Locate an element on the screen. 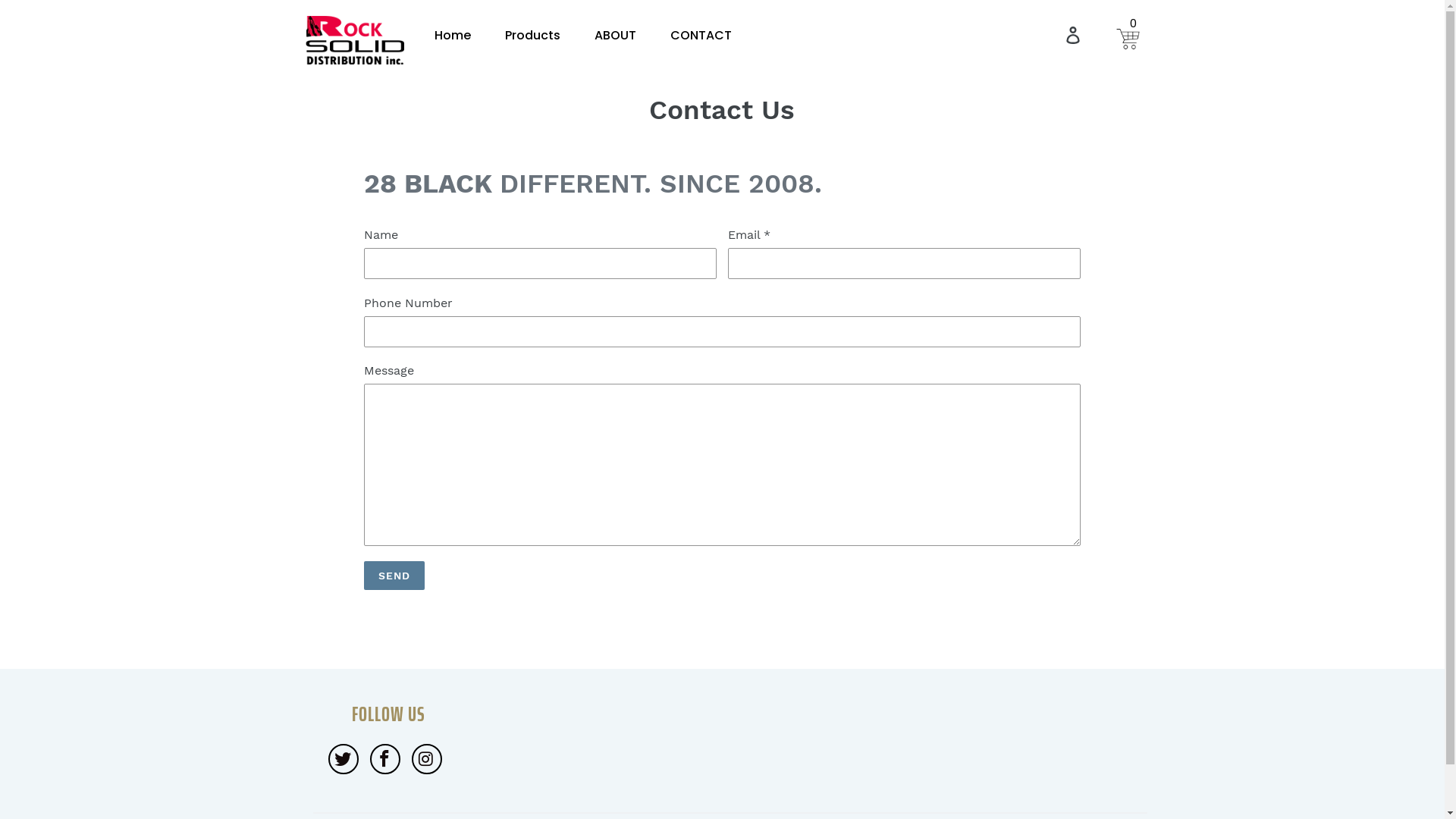 This screenshot has width=1456, height=819. 'Products' is located at coordinates (532, 34).